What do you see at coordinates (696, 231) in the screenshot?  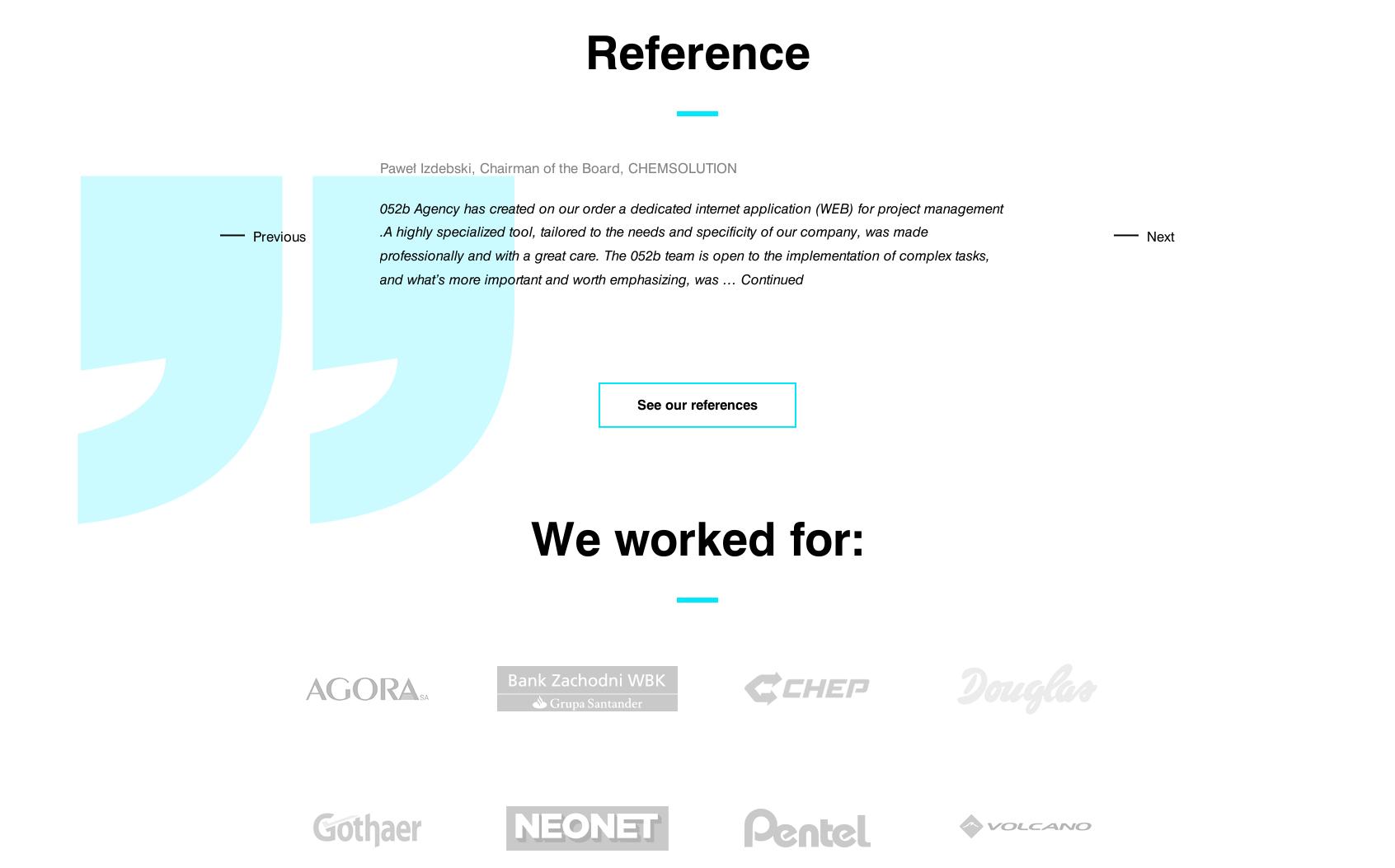 I see `'052b Agency in 2016 made a new website for Galeria Miejska bwa. The work went smoothly and the new site was launched according to the deadline. Because the appearance of the page came itself from an external designer, the Agency had to put in a lot of work to match the technical possibilities to the …'` at bounding box center [696, 231].